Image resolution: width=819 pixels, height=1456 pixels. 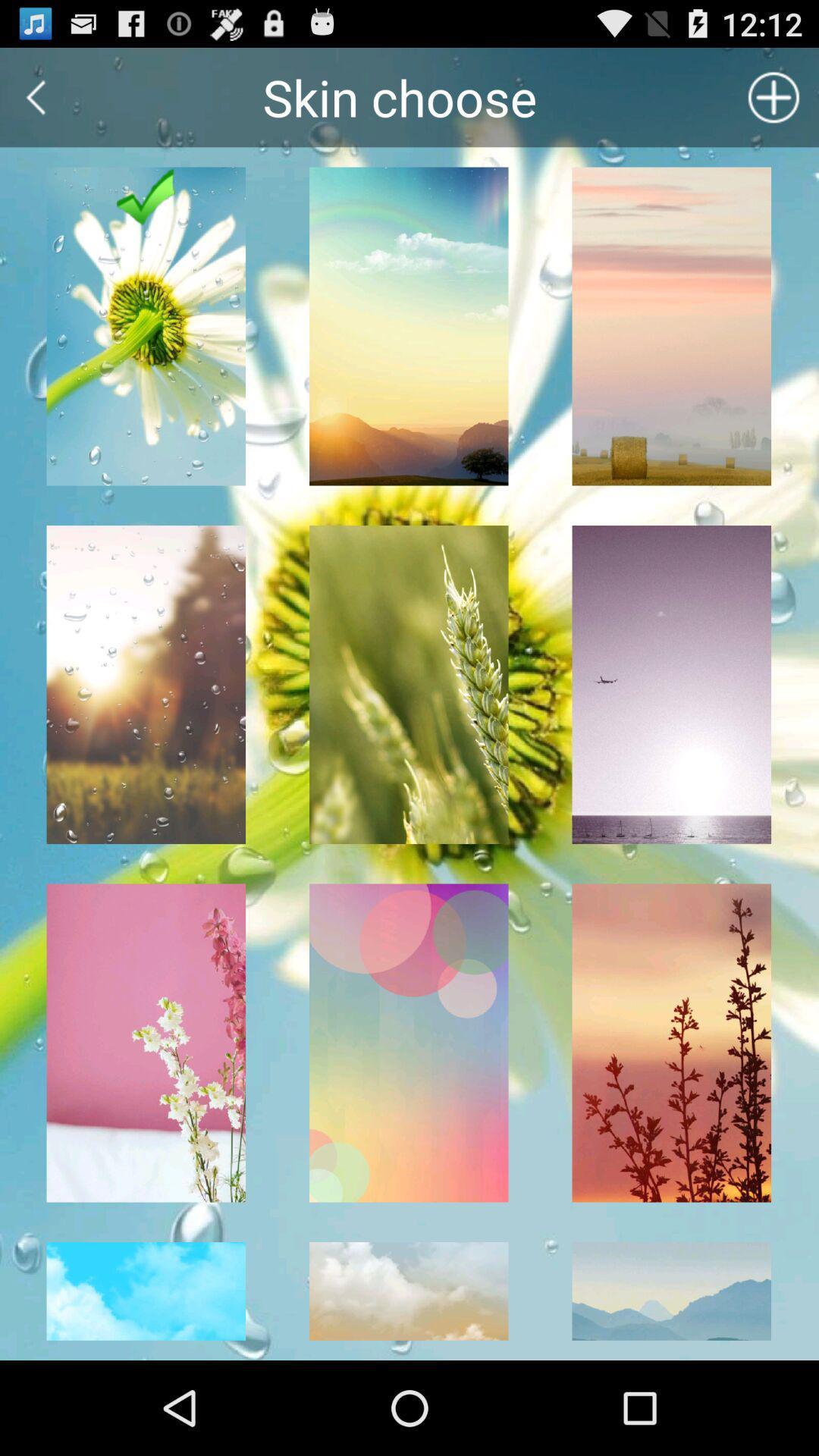 What do you see at coordinates (146, 326) in the screenshot?
I see `the first image` at bounding box center [146, 326].